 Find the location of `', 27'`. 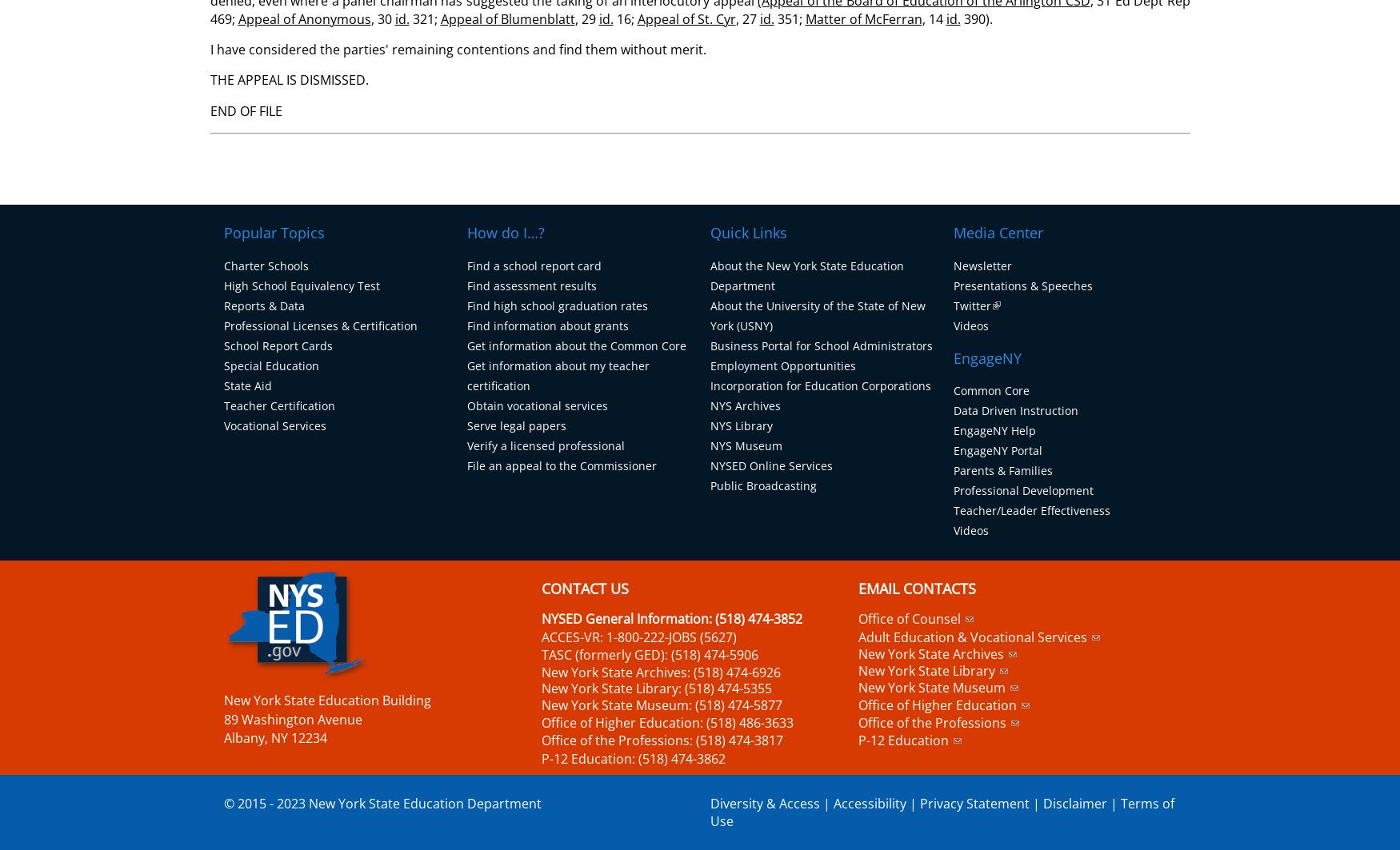

', 27' is located at coordinates (746, 18).